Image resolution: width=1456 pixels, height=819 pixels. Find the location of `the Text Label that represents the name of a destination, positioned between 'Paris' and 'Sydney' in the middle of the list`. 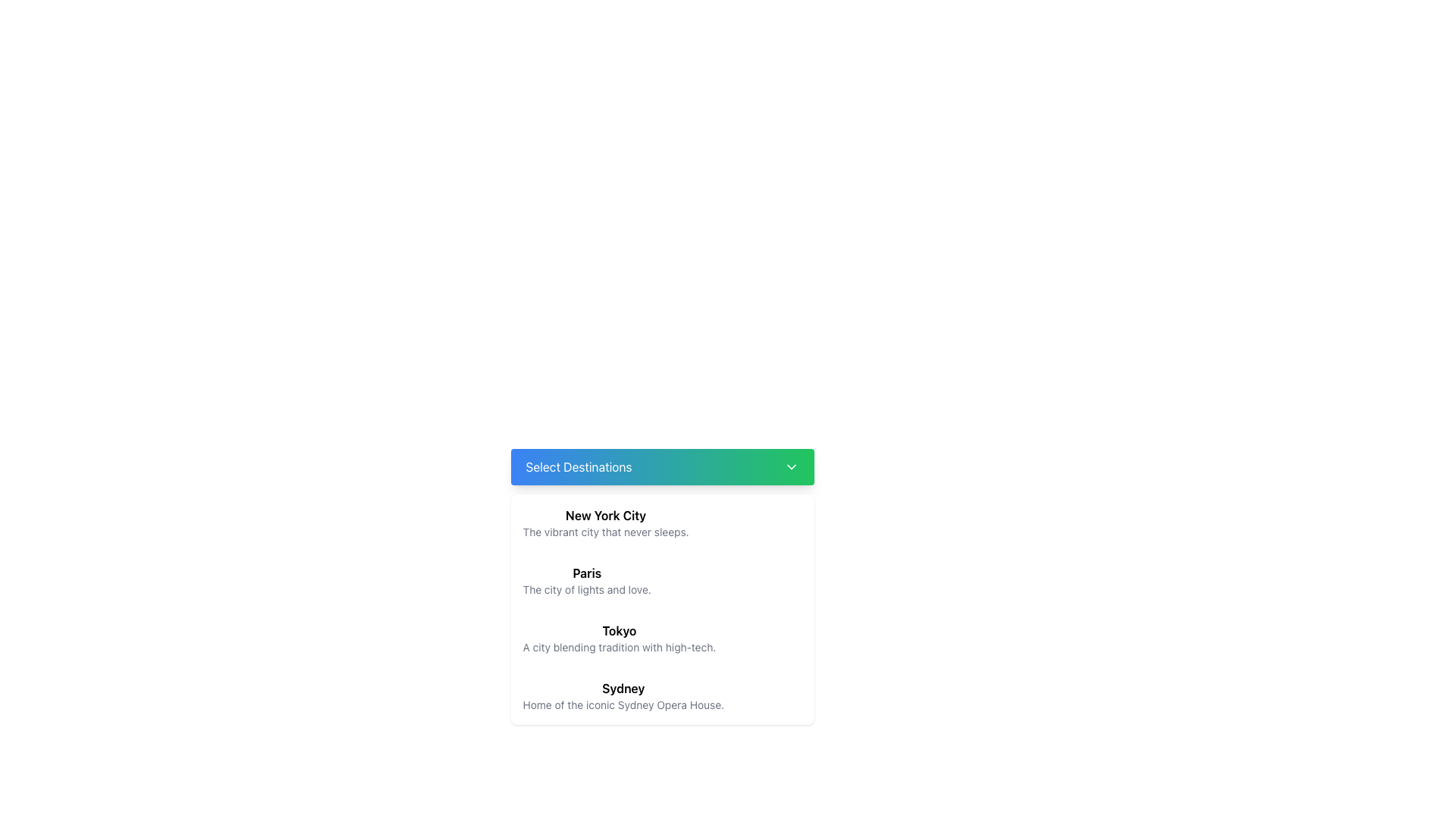

the Text Label that represents the name of a destination, positioned between 'Paris' and 'Sydney' in the middle of the list is located at coordinates (619, 631).